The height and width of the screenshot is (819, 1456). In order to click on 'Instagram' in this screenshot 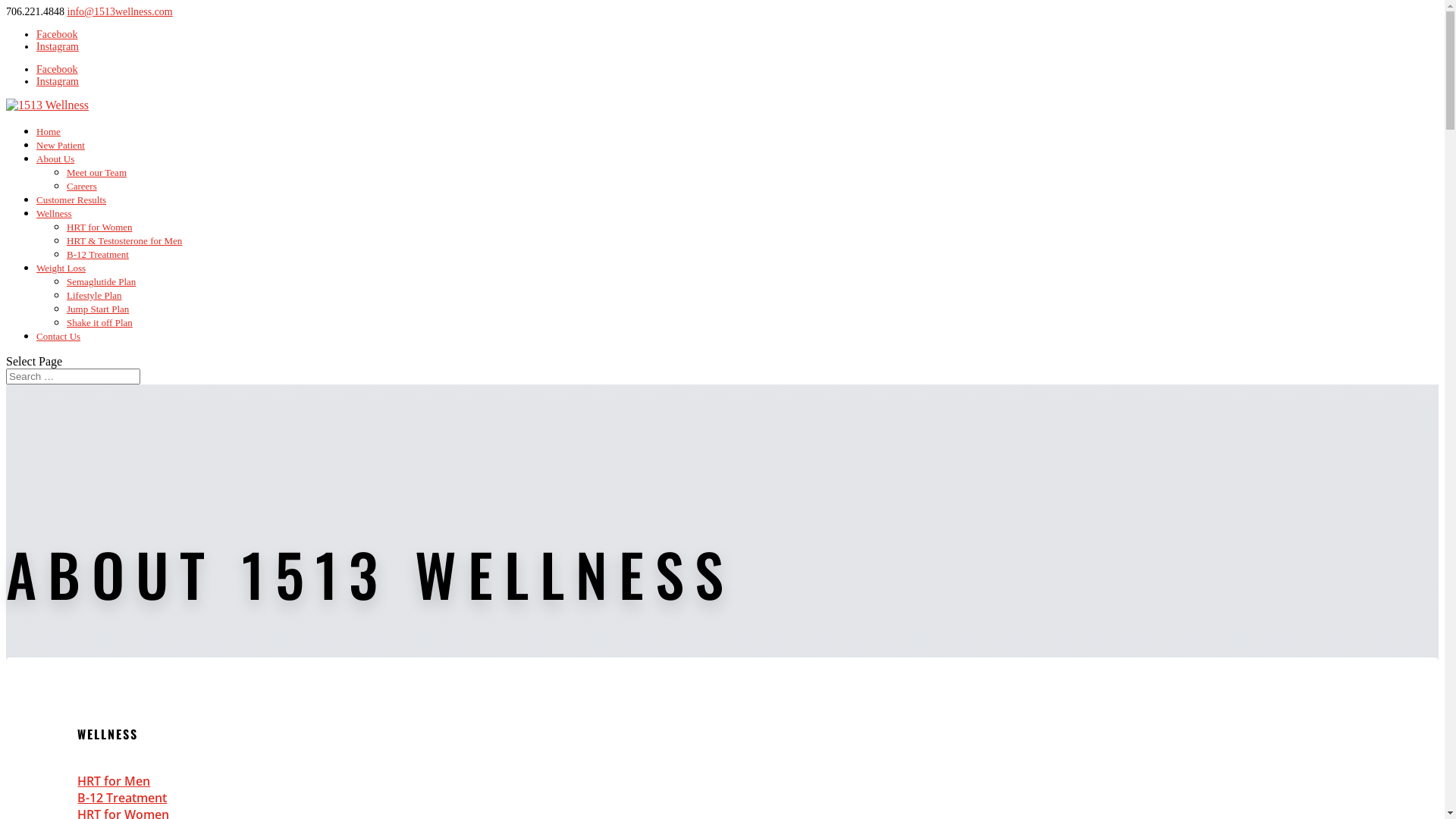, I will do `click(58, 45)`.